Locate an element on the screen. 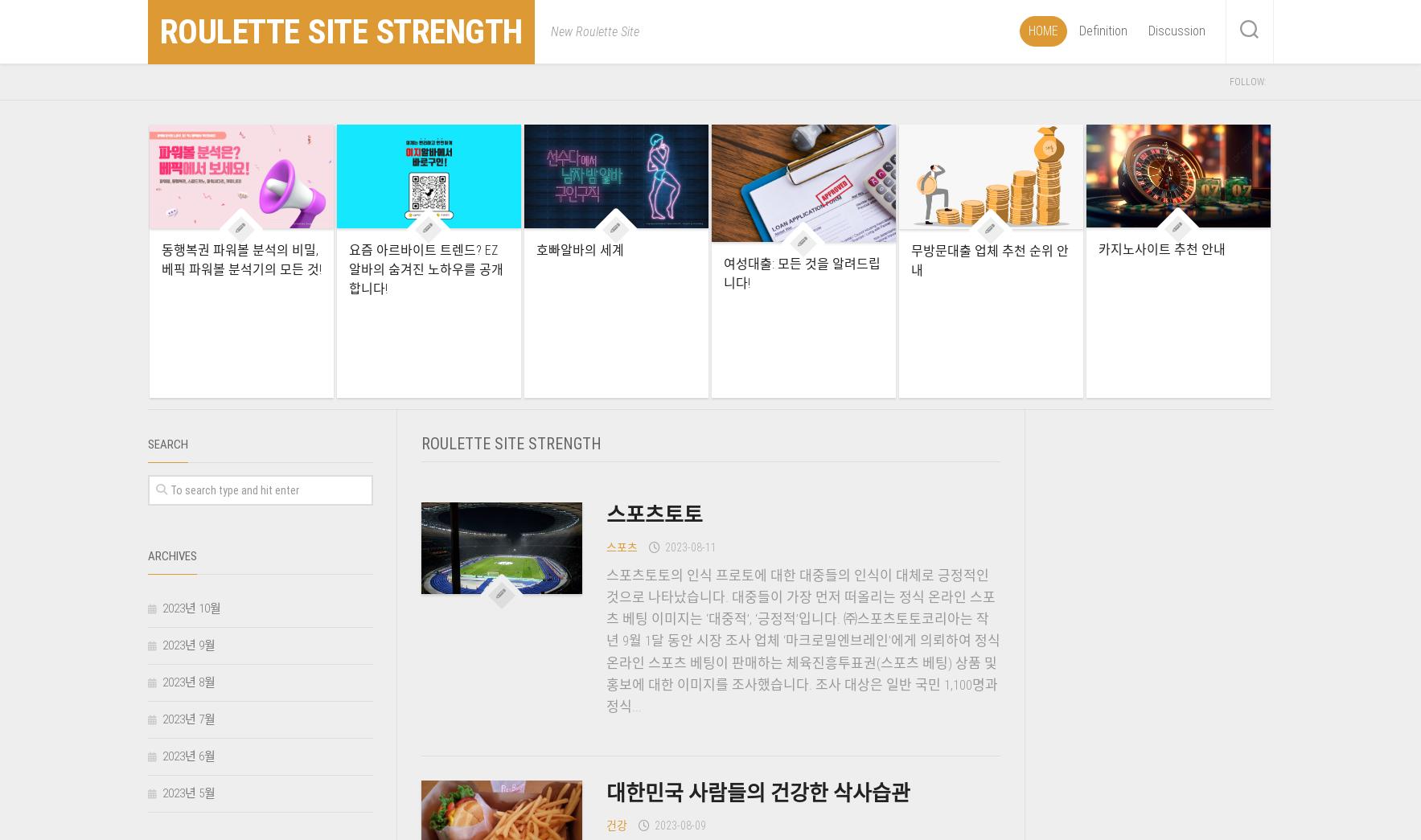  'Search' is located at coordinates (166, 445).